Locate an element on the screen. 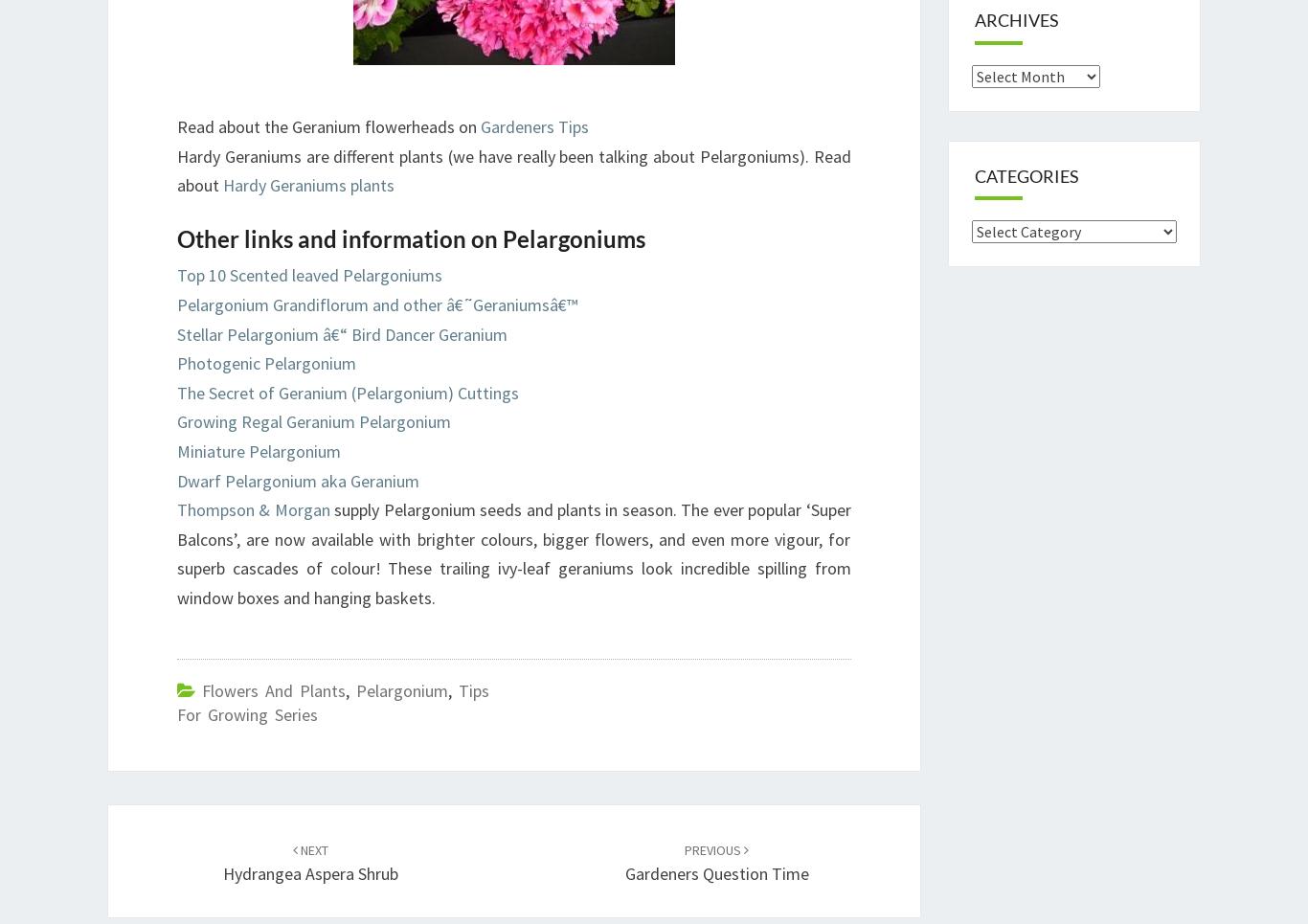 The width and height of the screenshot is (1308, 924). 'Flowers and Plants' is located at coordinates (201, 689).